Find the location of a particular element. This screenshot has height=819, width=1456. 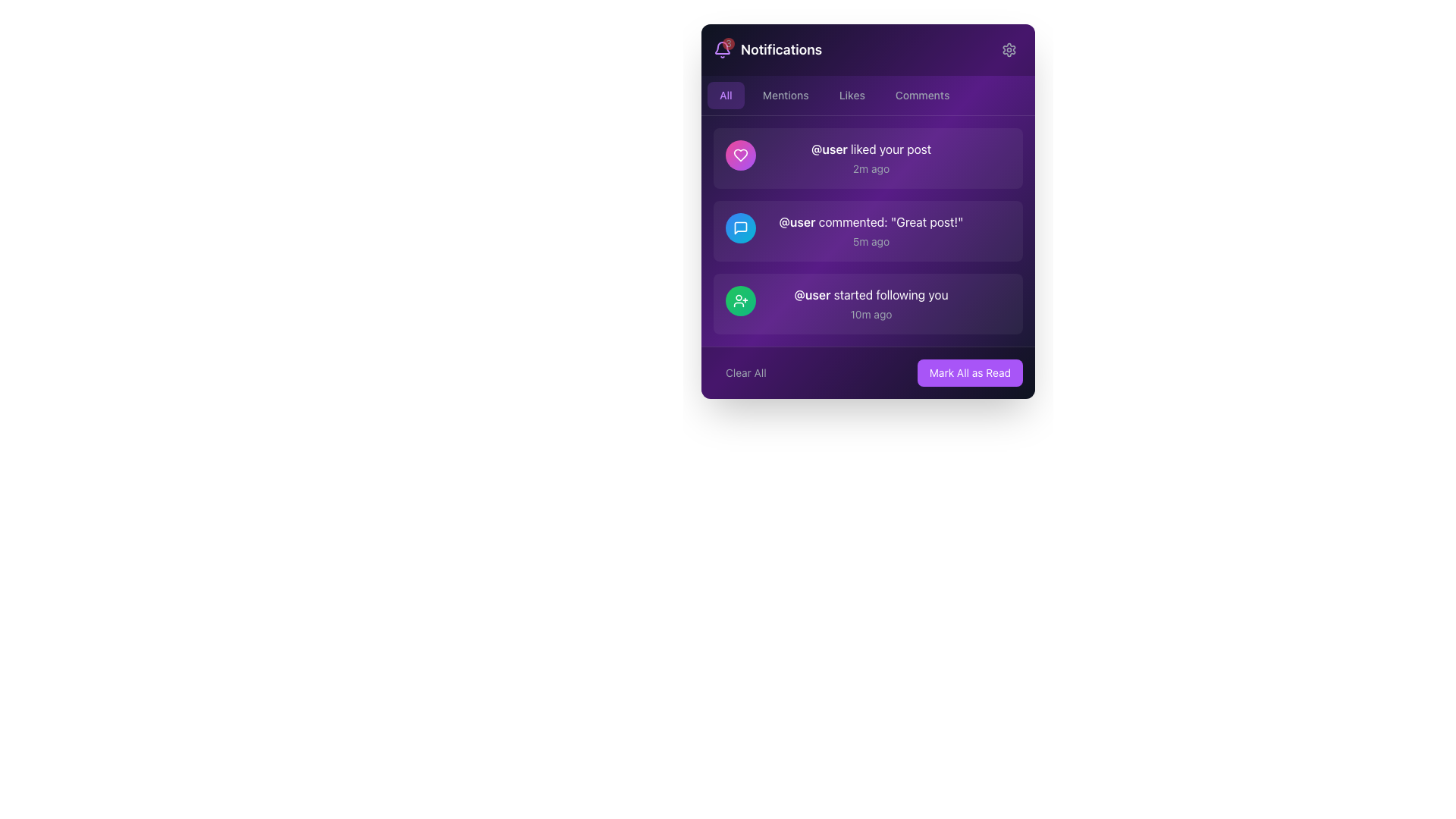

the username text label in the second notification entry is located at coordinates (796, 222).